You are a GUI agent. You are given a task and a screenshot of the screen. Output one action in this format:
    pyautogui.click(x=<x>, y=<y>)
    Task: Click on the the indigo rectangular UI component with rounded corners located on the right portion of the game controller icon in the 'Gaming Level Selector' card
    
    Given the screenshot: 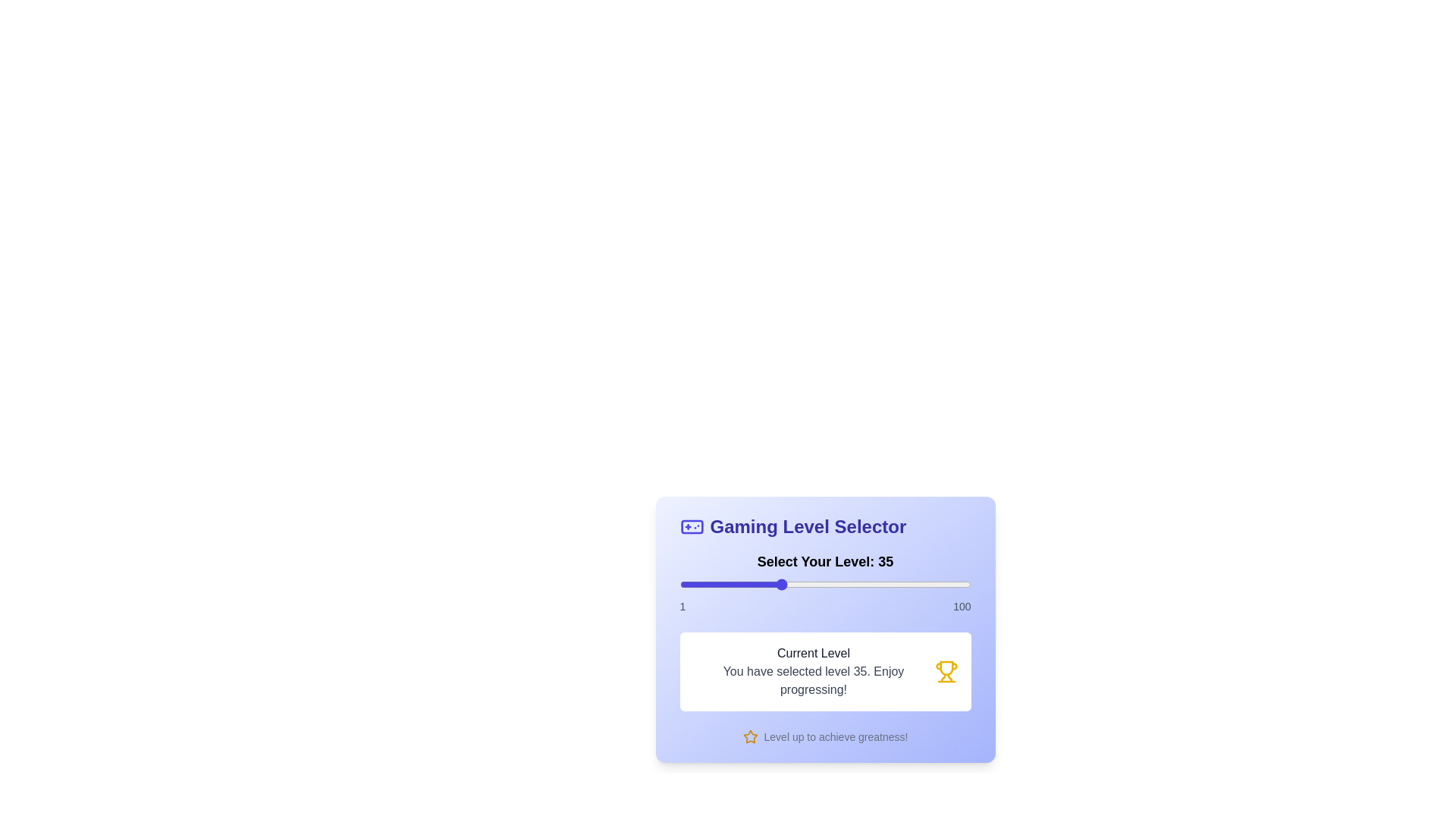 What is the action you would take?
    pyautogui.click(x=691, y=526)
    